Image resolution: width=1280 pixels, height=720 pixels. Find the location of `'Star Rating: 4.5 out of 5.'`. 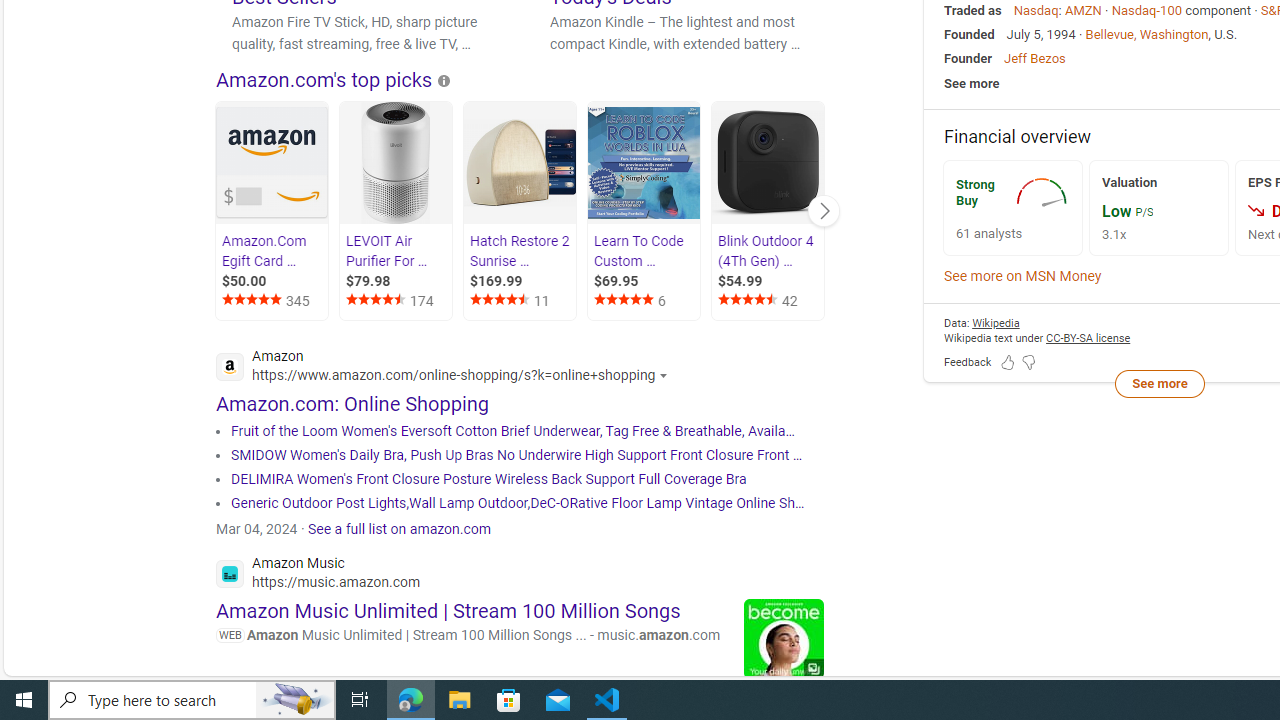

'Star Rating: 4.5 out of 5.' is located at coordinates (749, 302).